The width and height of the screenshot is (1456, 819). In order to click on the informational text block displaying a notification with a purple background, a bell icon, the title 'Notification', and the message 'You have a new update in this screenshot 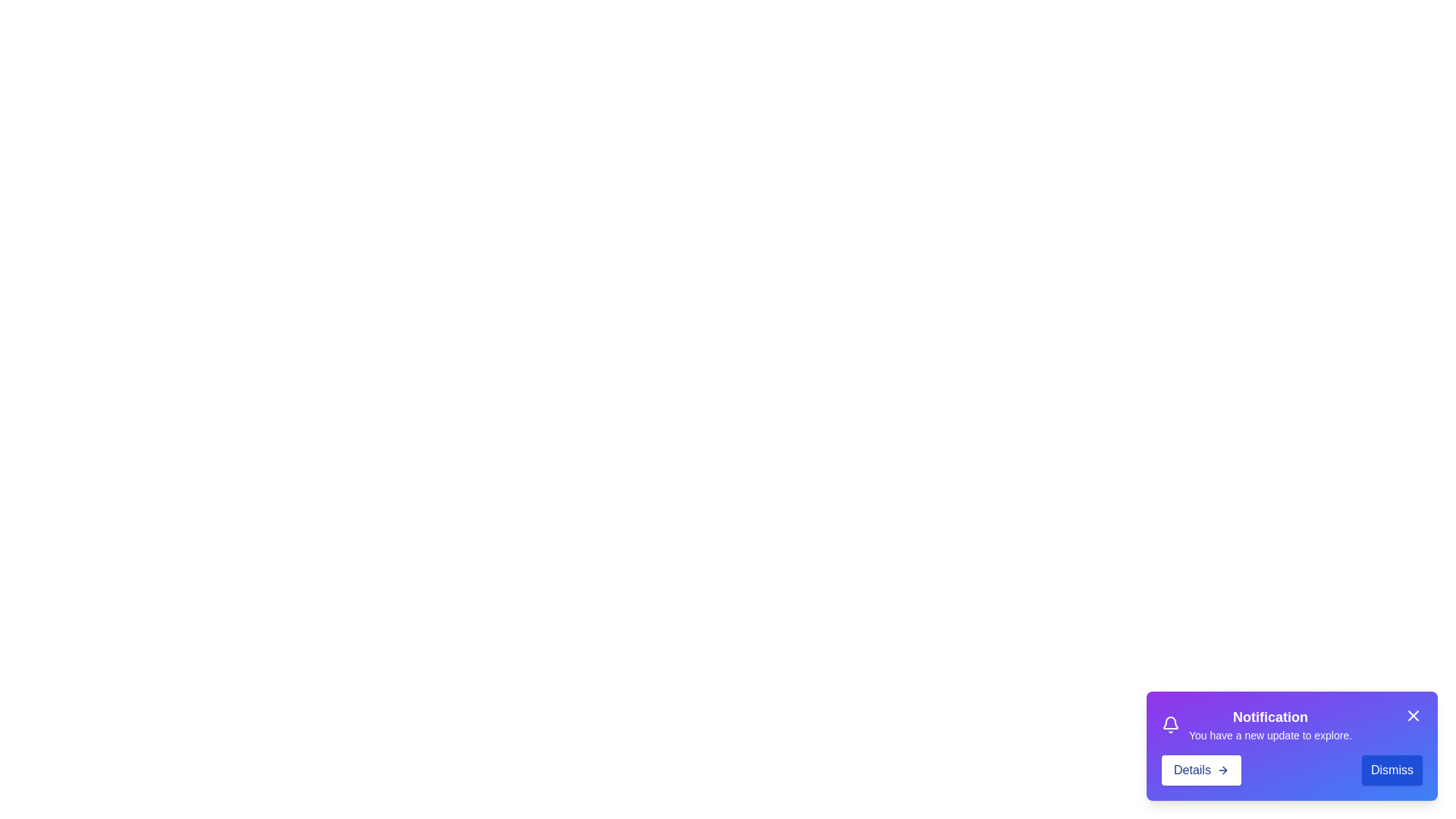, I will do `click(1257, 724)`.